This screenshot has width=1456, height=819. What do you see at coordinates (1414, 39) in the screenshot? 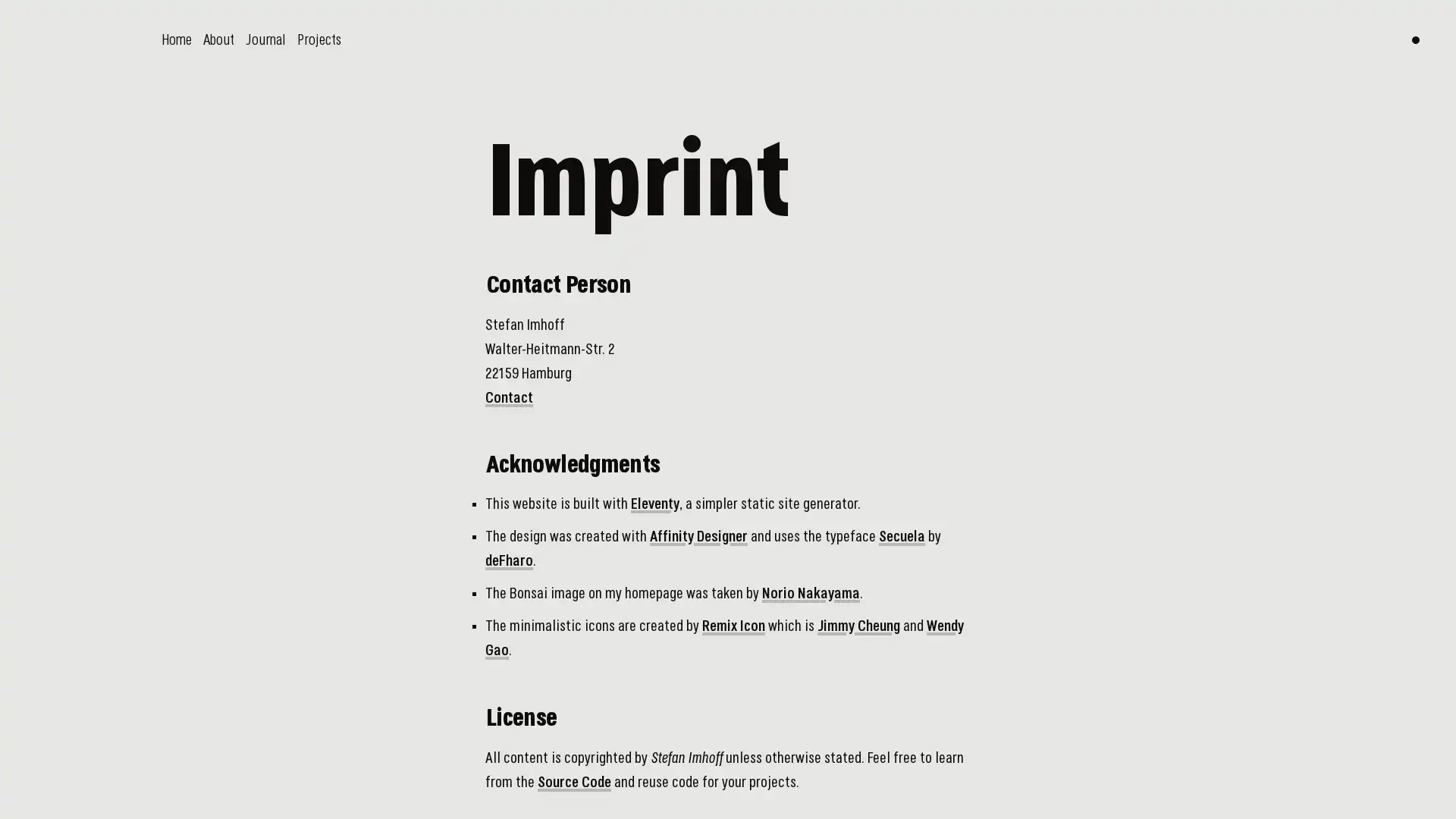
I see `Switch color theme` at bounding box center [1414, 39].